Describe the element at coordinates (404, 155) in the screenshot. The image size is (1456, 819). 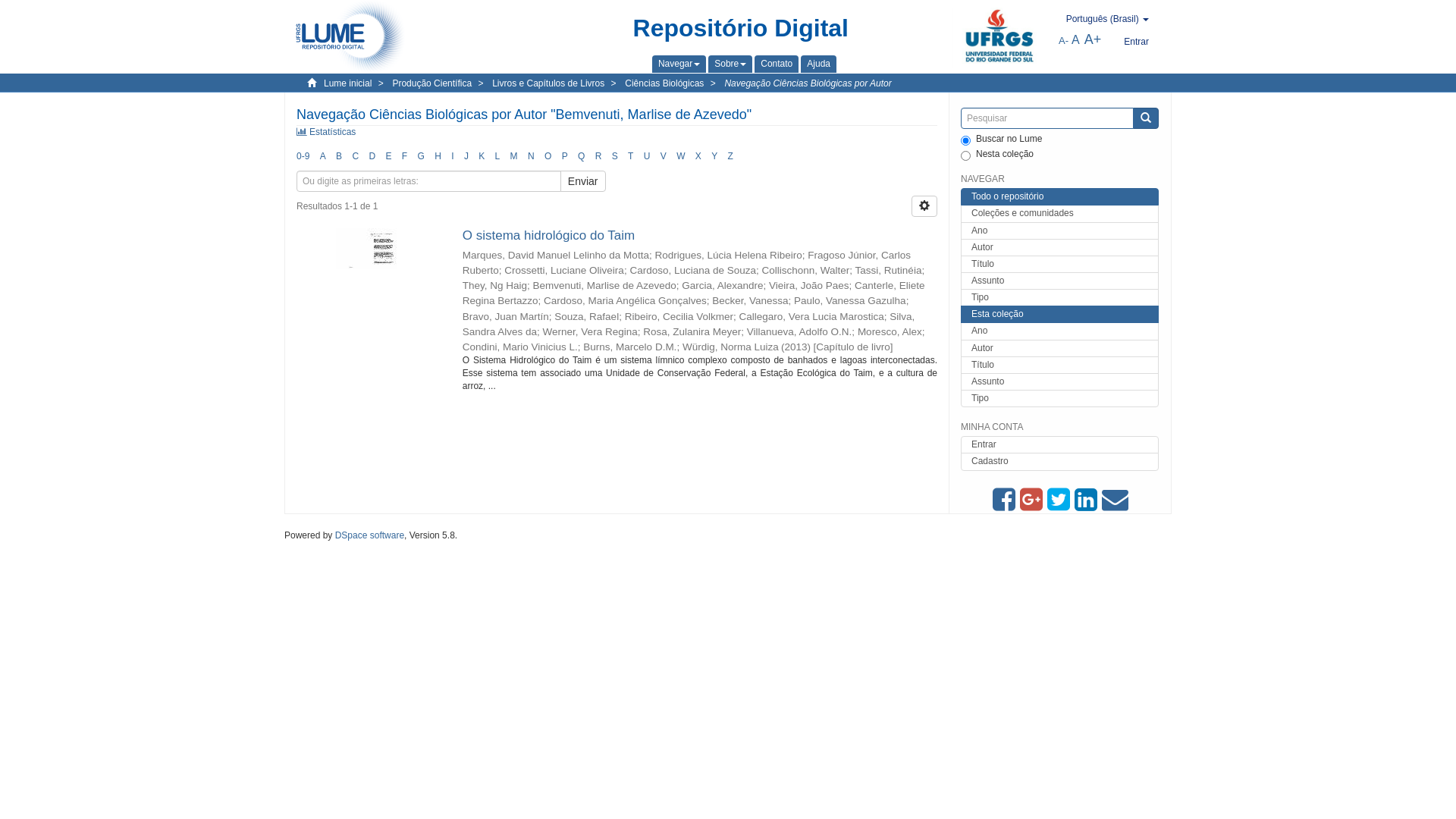
I see `'F'` at that location.